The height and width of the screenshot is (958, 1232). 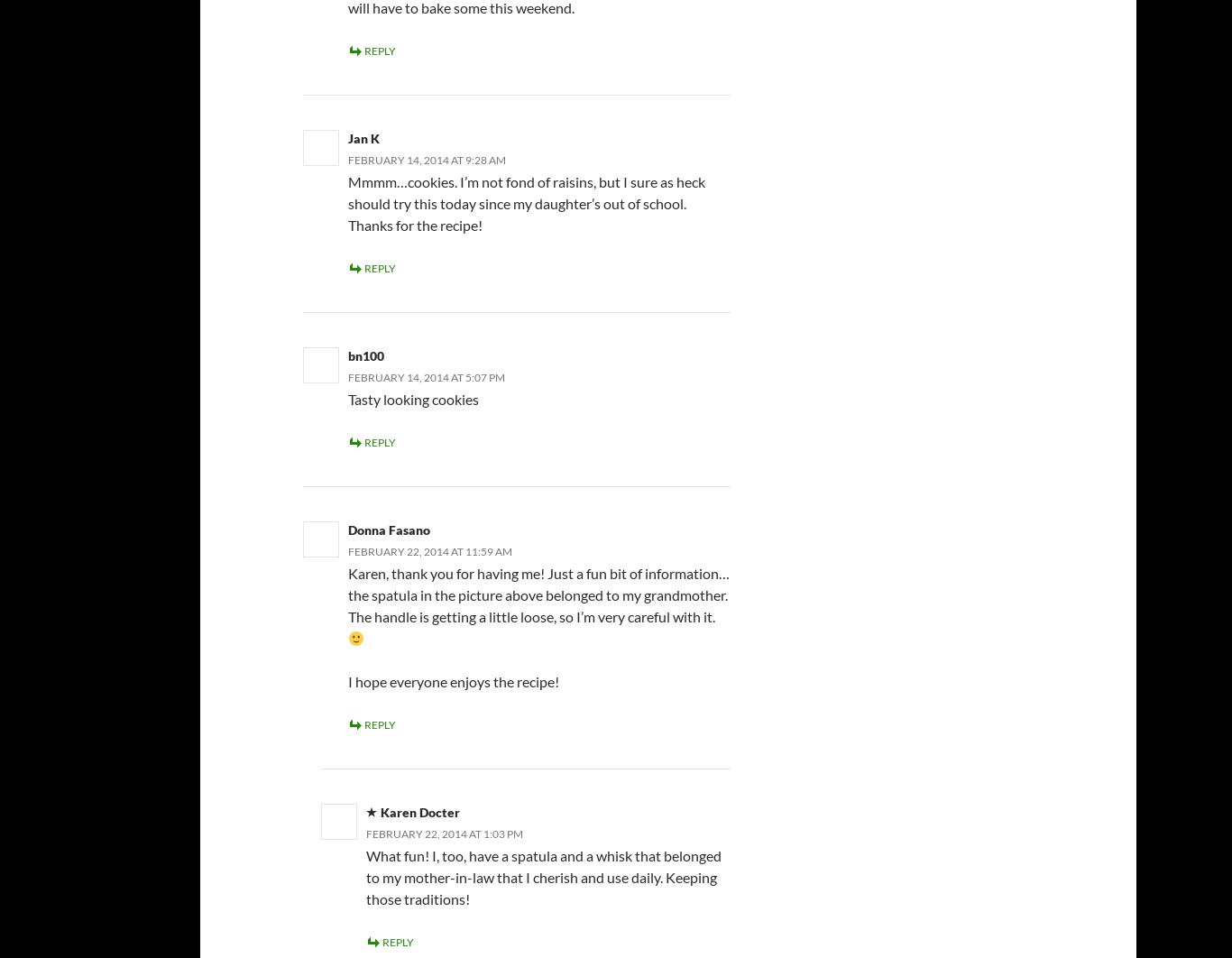 I want to click on 'February 14, 2014 at 9:28 am', so click(x=427, y=160).